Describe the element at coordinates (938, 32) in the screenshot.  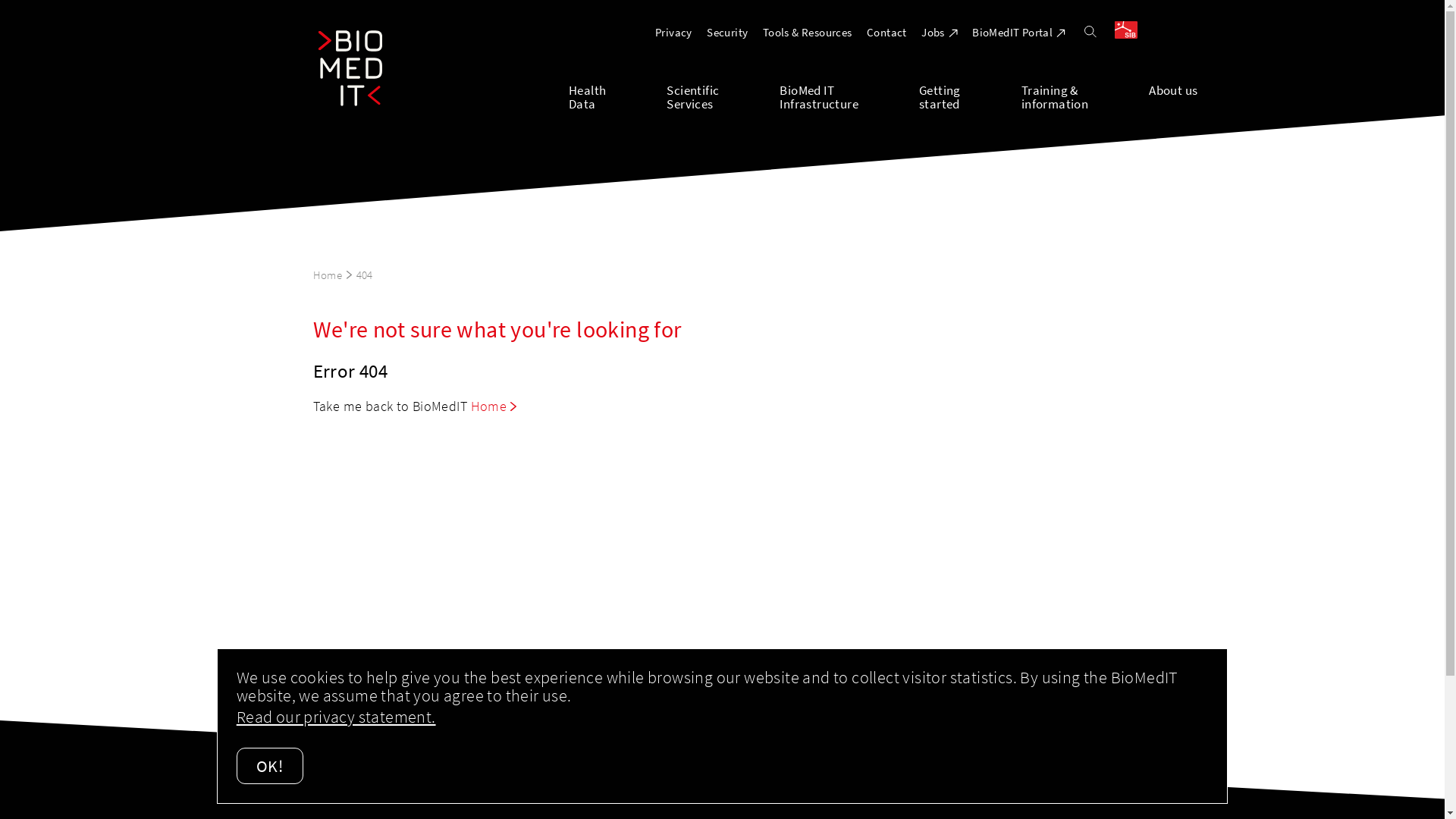
I see `'Jobs'` at that location.